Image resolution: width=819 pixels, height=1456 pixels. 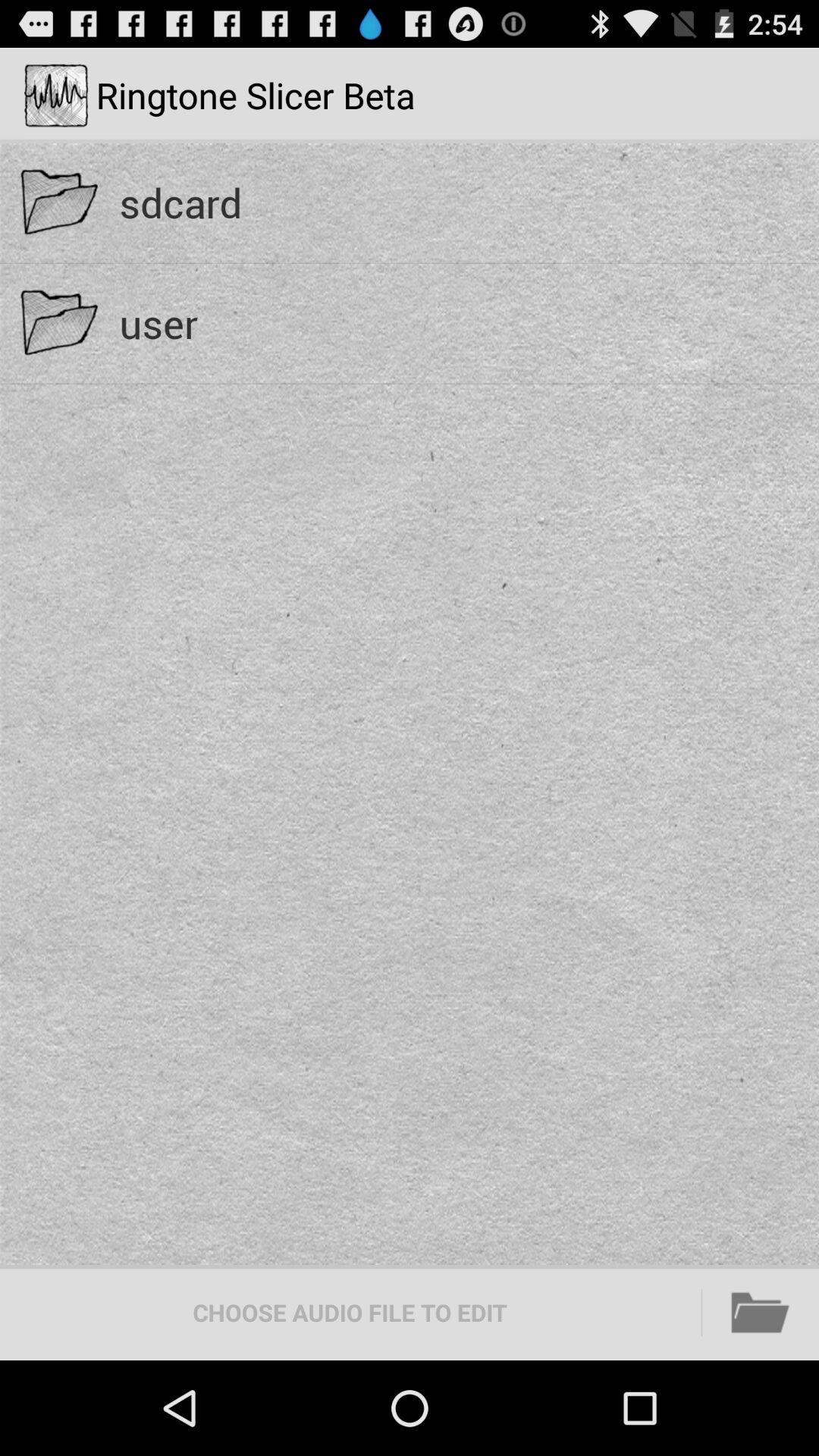 What do you see at coordinates (761, 1312) in the screenshot?
I see `icon to the right of the choose audio file icon` at bounding box center [761, 1312].